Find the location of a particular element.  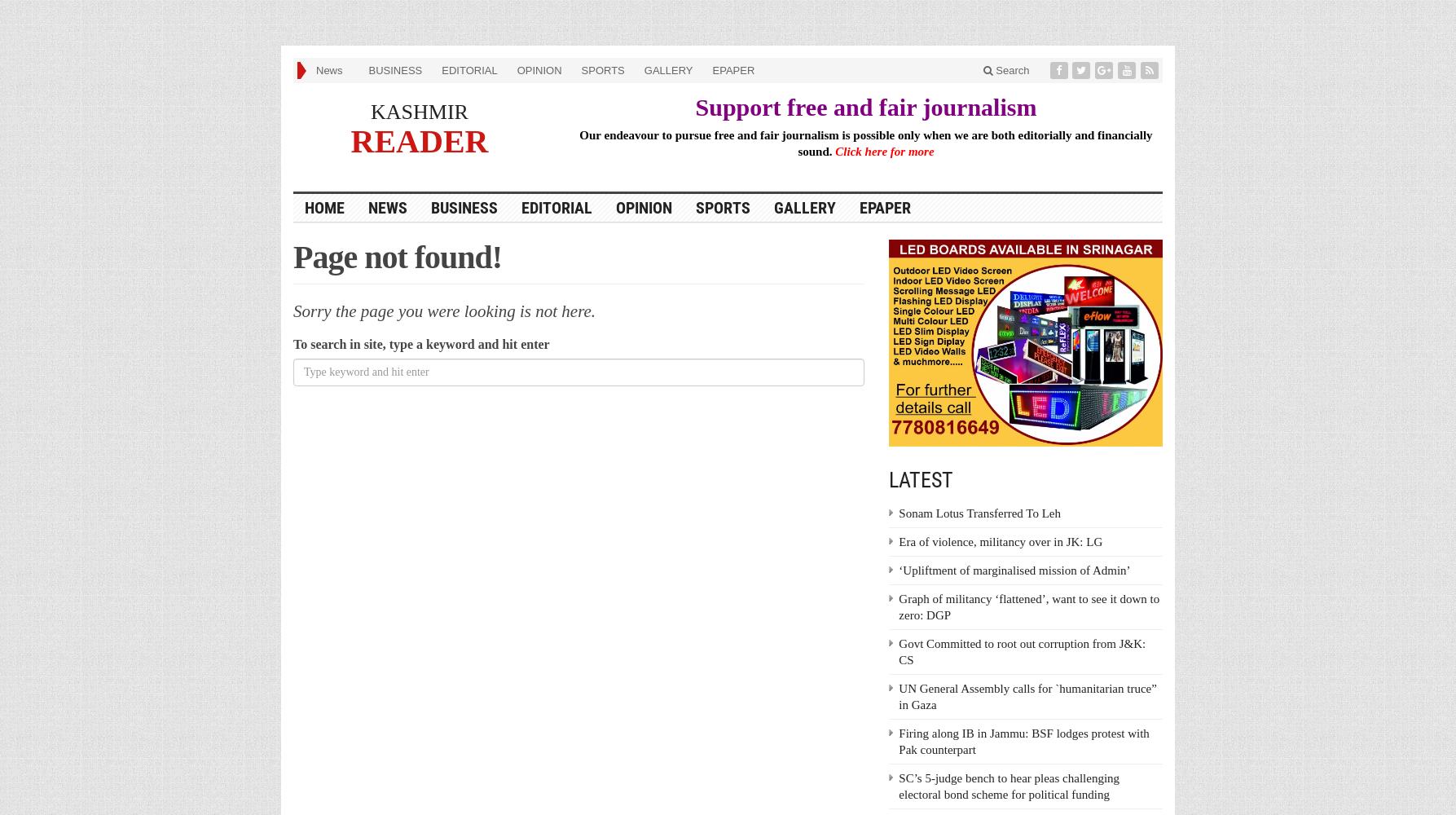

'Page not found!' is located at coordinates (398, 255).